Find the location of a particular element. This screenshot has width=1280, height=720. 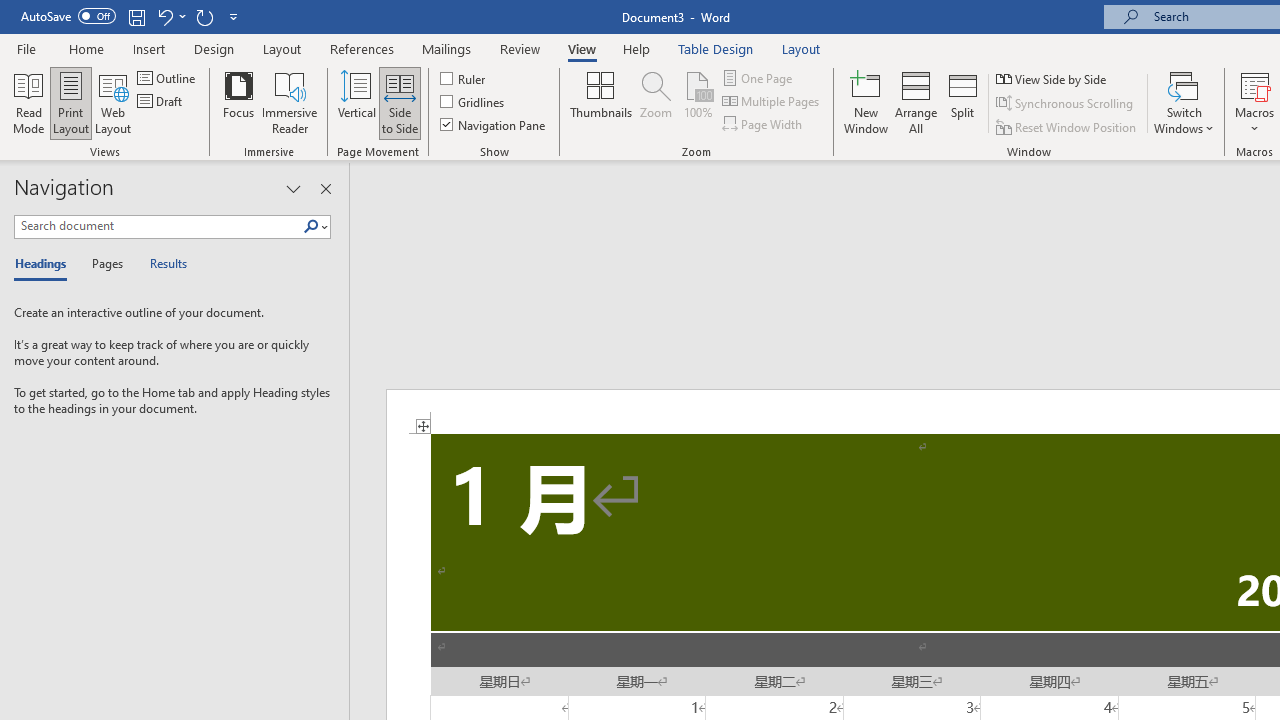

'Gridlines' is located at coordinates (472, 101).